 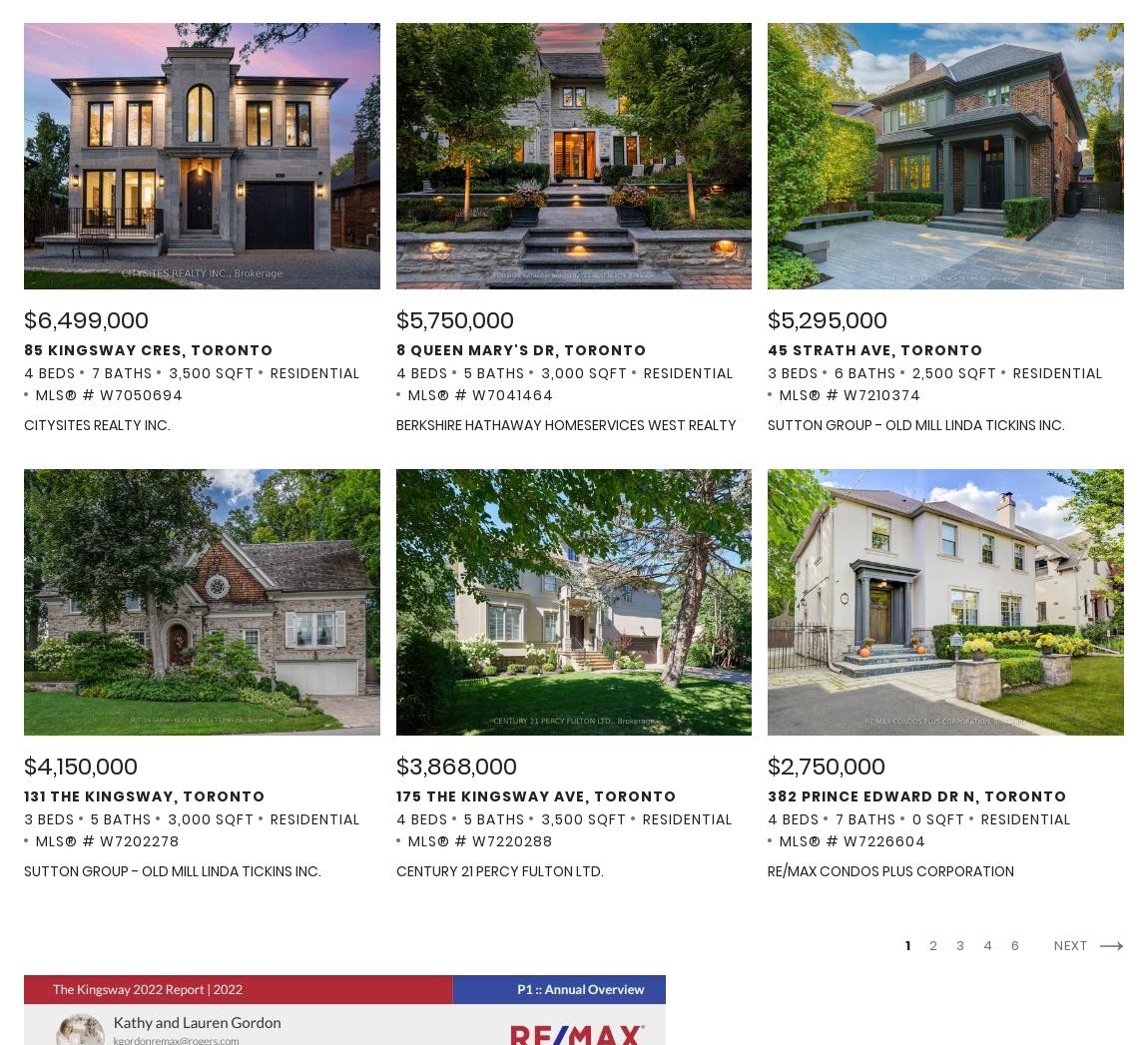 What do you see at coordinates (565, 424) in the screenshot?
I see `'BERKSHIRE HATHAWAY HOMESERVICES WEST REALTY'` at bounding box center [565, 424].